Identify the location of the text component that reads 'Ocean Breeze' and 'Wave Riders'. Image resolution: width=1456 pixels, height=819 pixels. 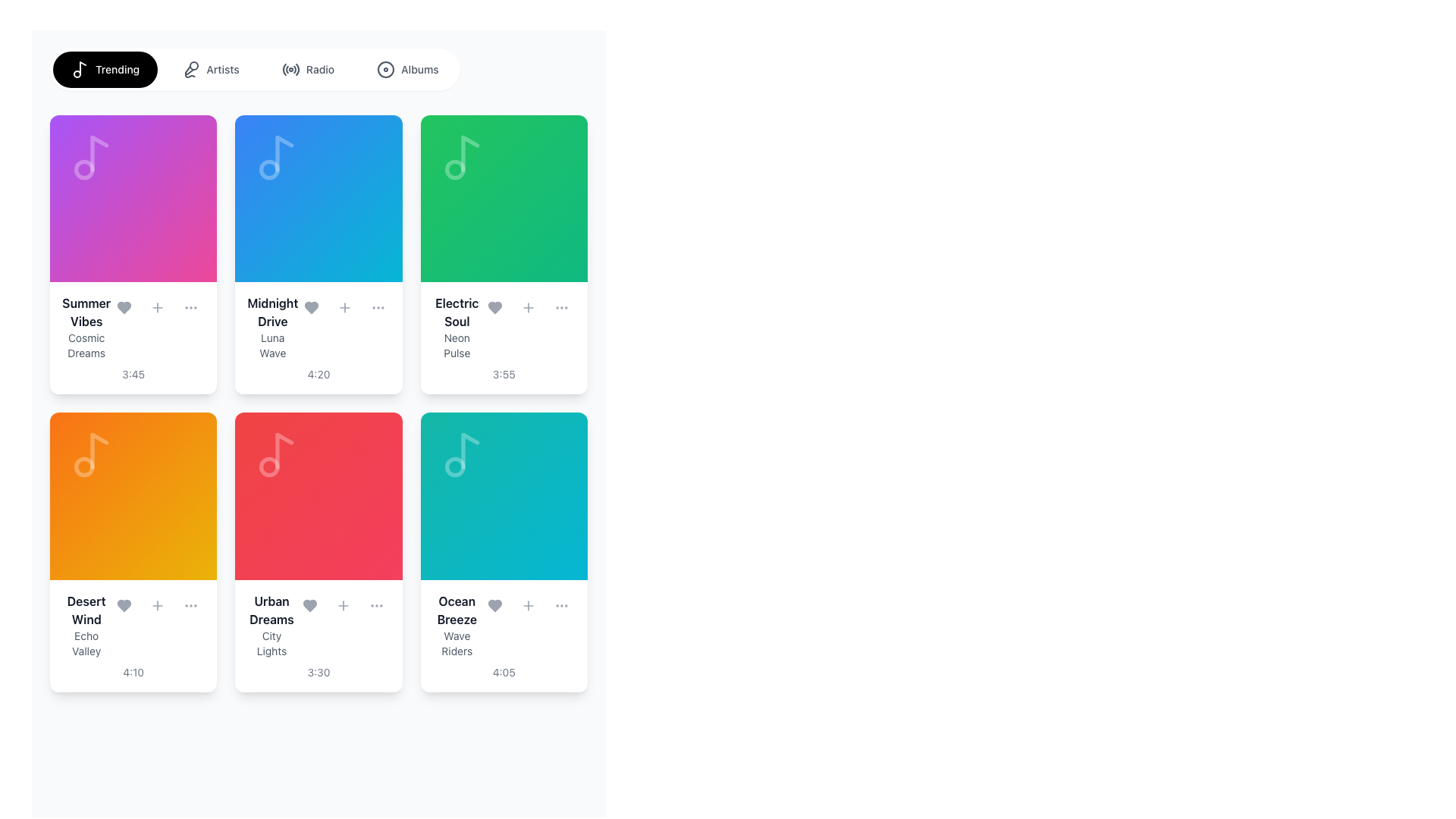
(456, 625).